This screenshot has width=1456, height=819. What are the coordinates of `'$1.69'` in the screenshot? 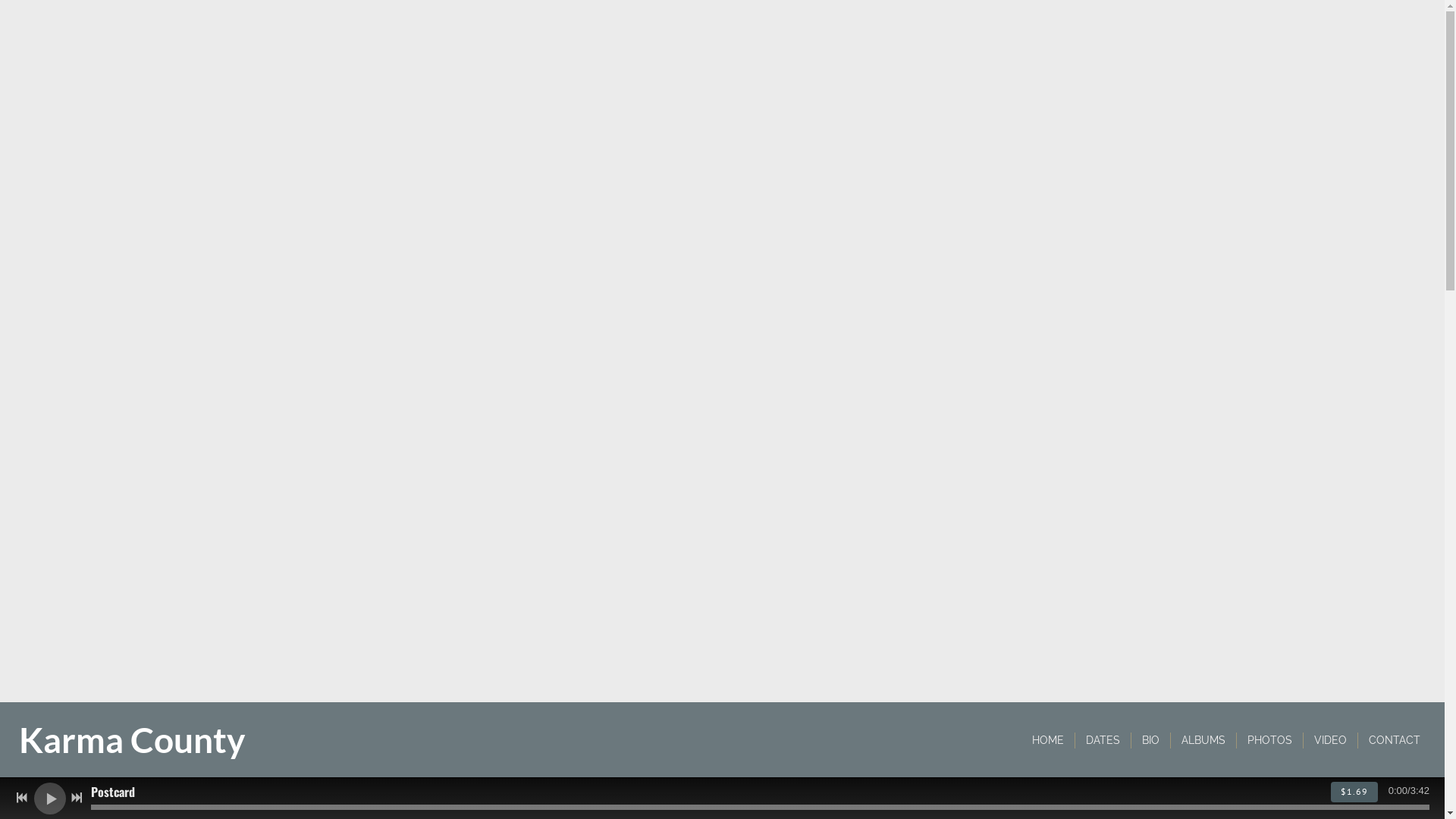 It's located at (1354, 791).